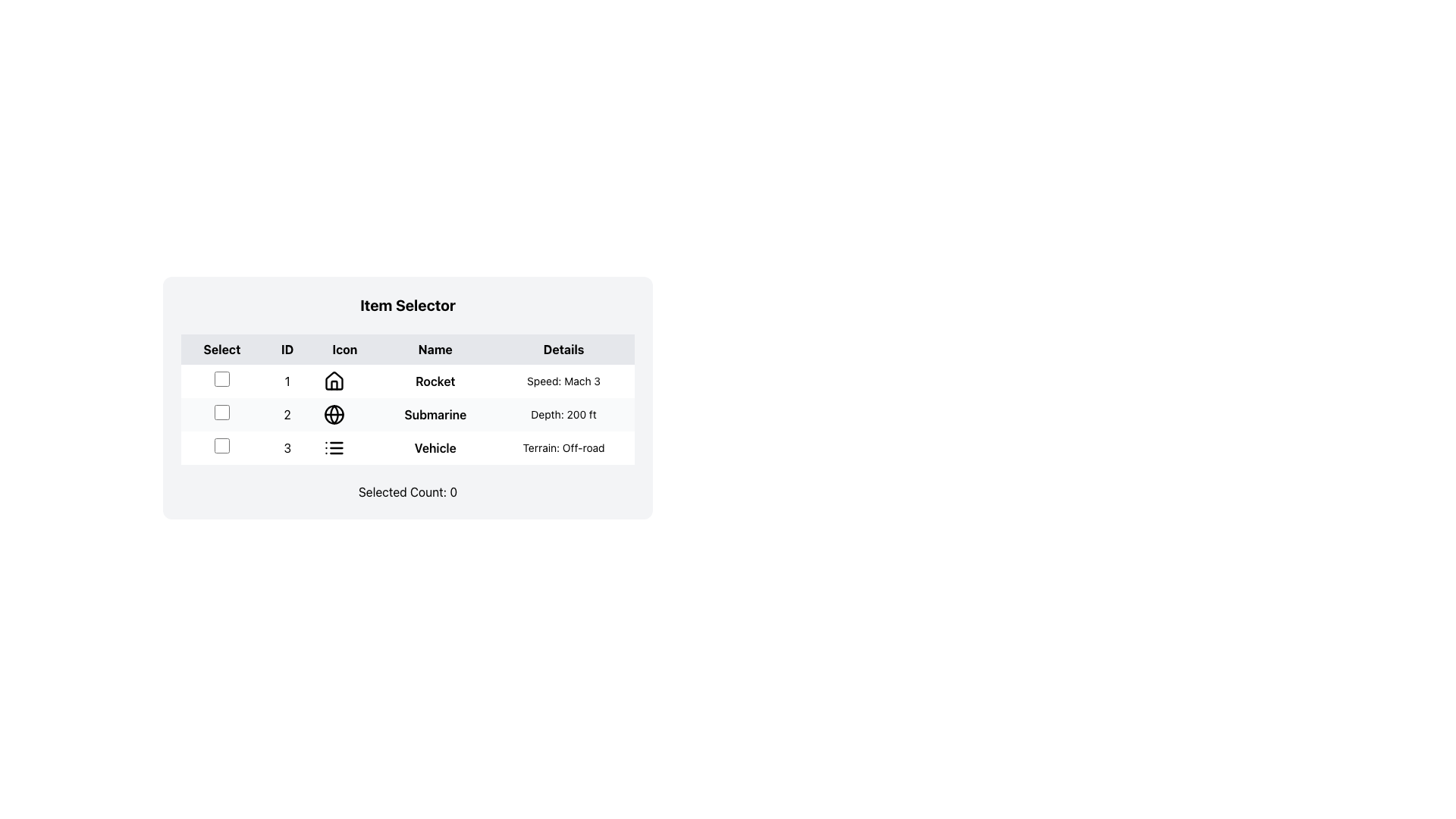  I want to click on the checkbox located in the first row of the 'Item Selector' table, so click(221, 378).